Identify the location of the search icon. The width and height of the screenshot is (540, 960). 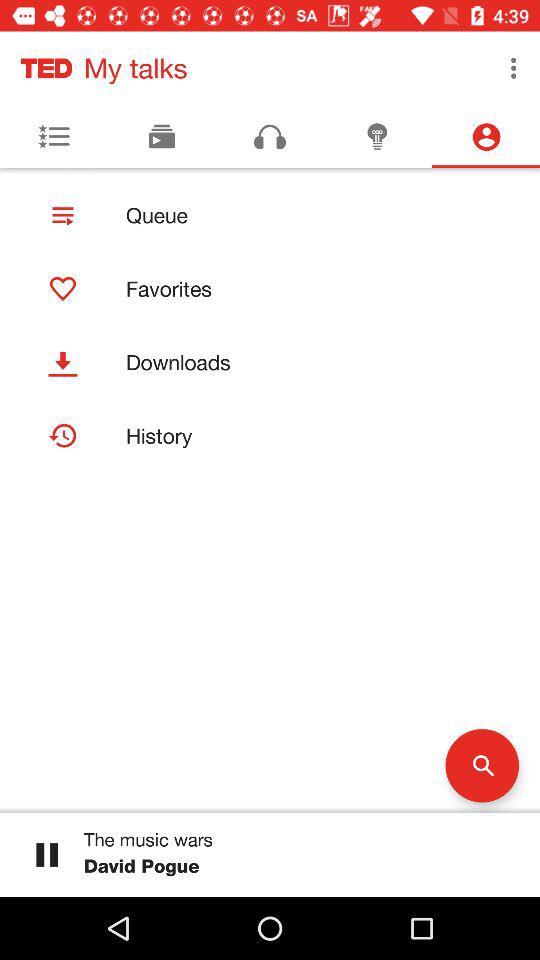
(481, 764).